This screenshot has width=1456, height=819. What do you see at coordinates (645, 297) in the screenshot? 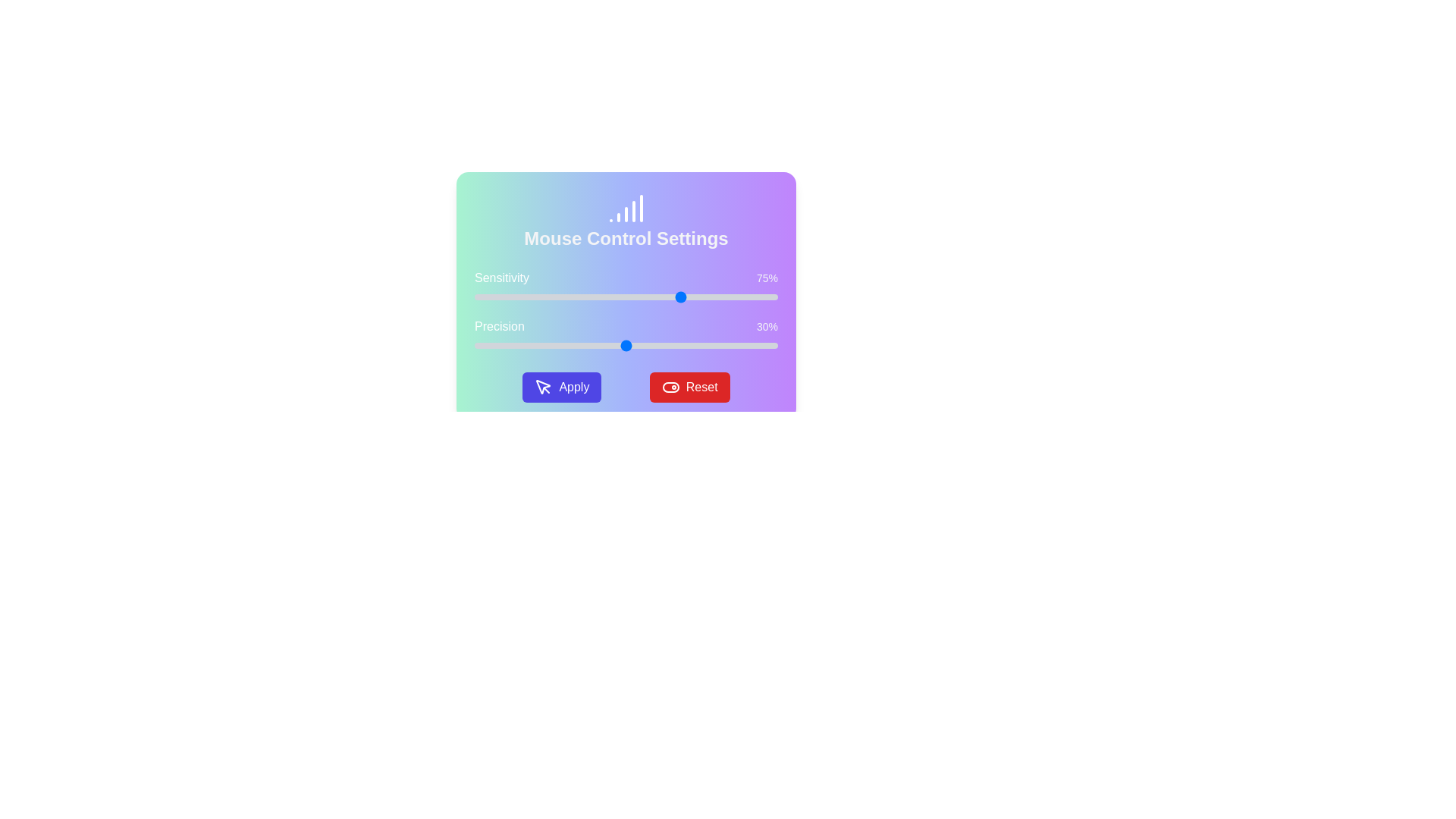
I see `the sensitivity` at bounding box center [645, 297].